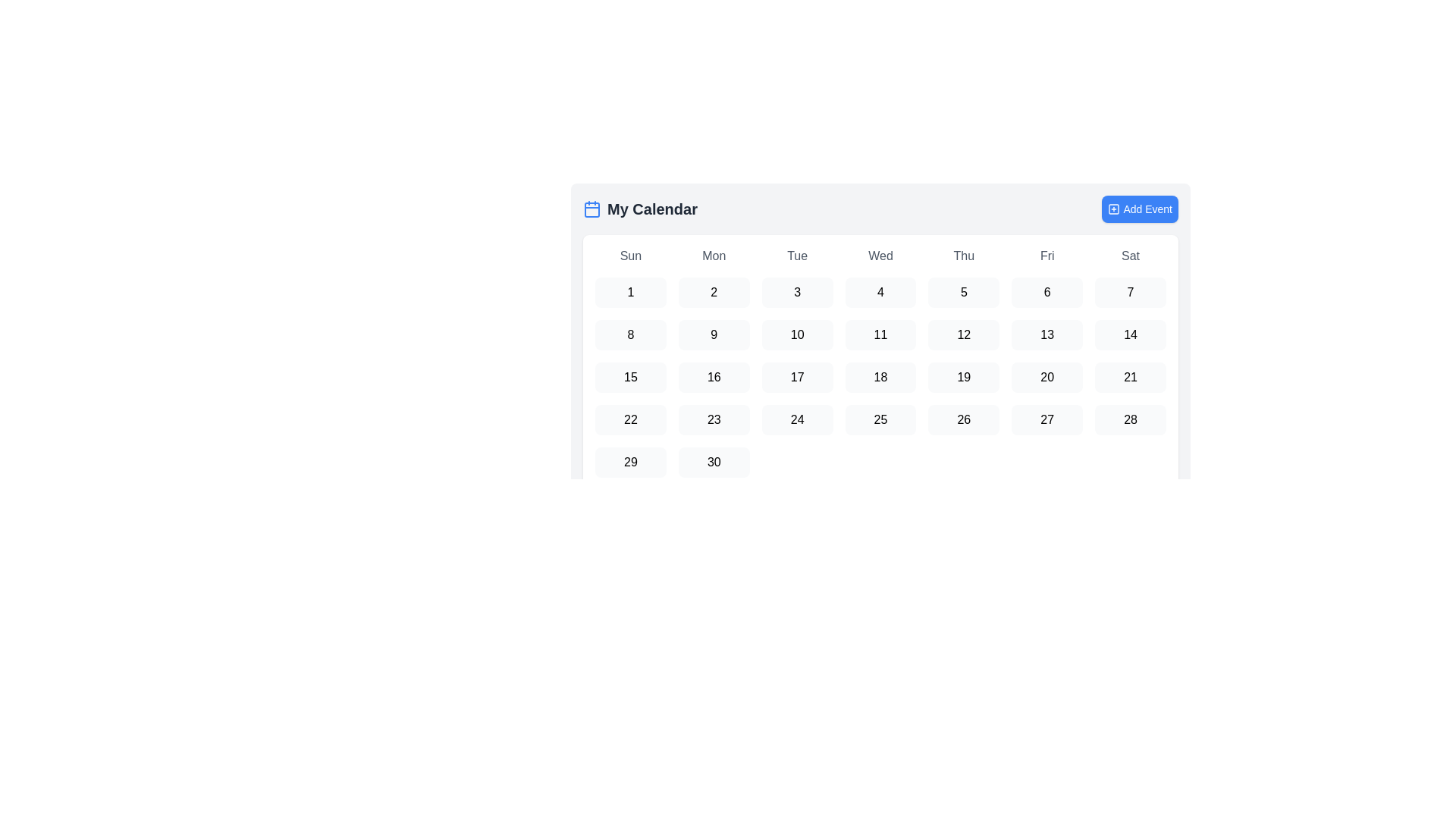 This screenshot has height=819, width=1456. I want to click on the Text label indicating 'Monday' in the calendar interface, which is the second item in the list of day labels, positioned between 'Sun' and 'Tue', so click(713, 256).